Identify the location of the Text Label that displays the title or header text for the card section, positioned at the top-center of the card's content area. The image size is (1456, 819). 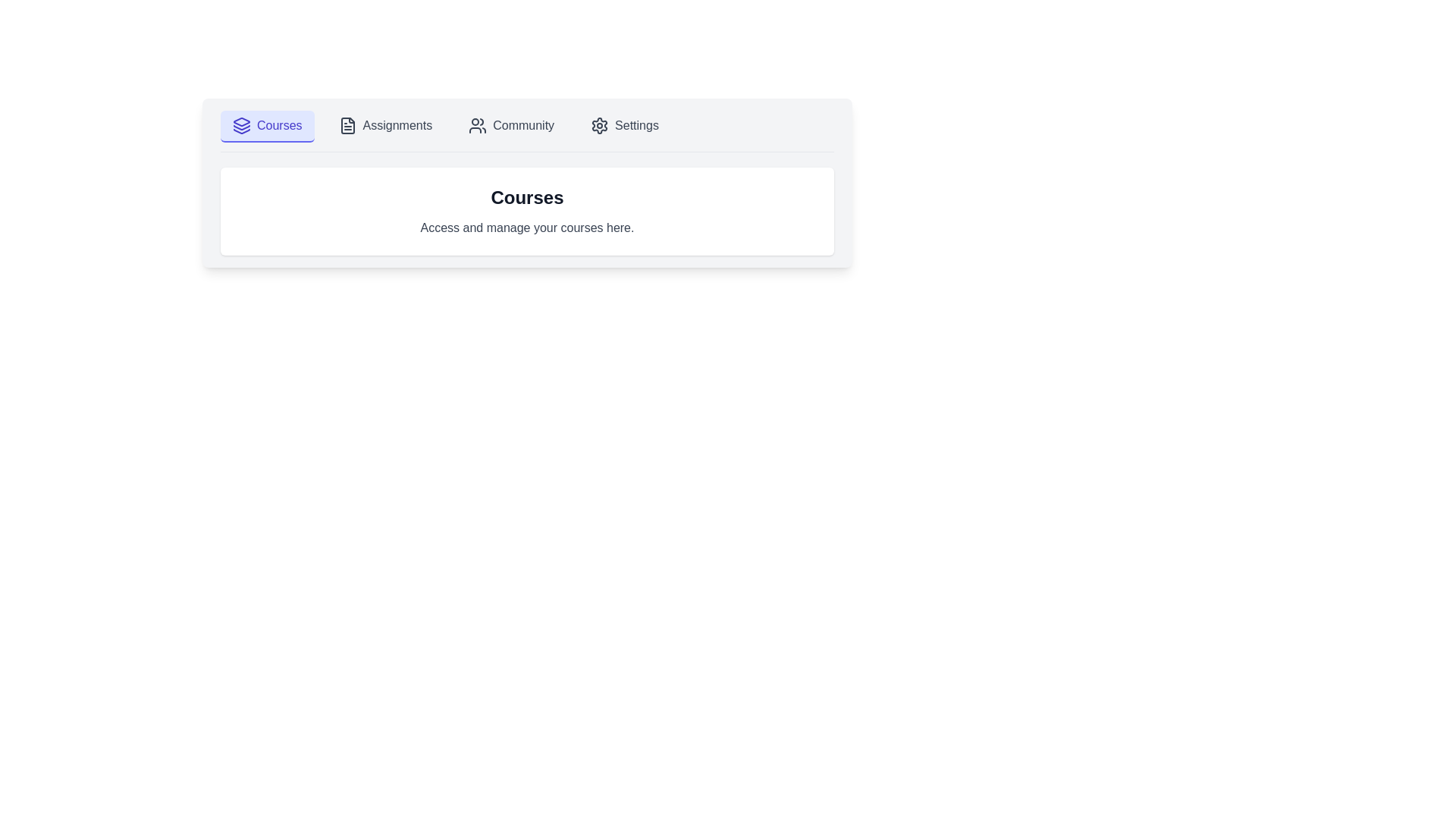
(527, 197).